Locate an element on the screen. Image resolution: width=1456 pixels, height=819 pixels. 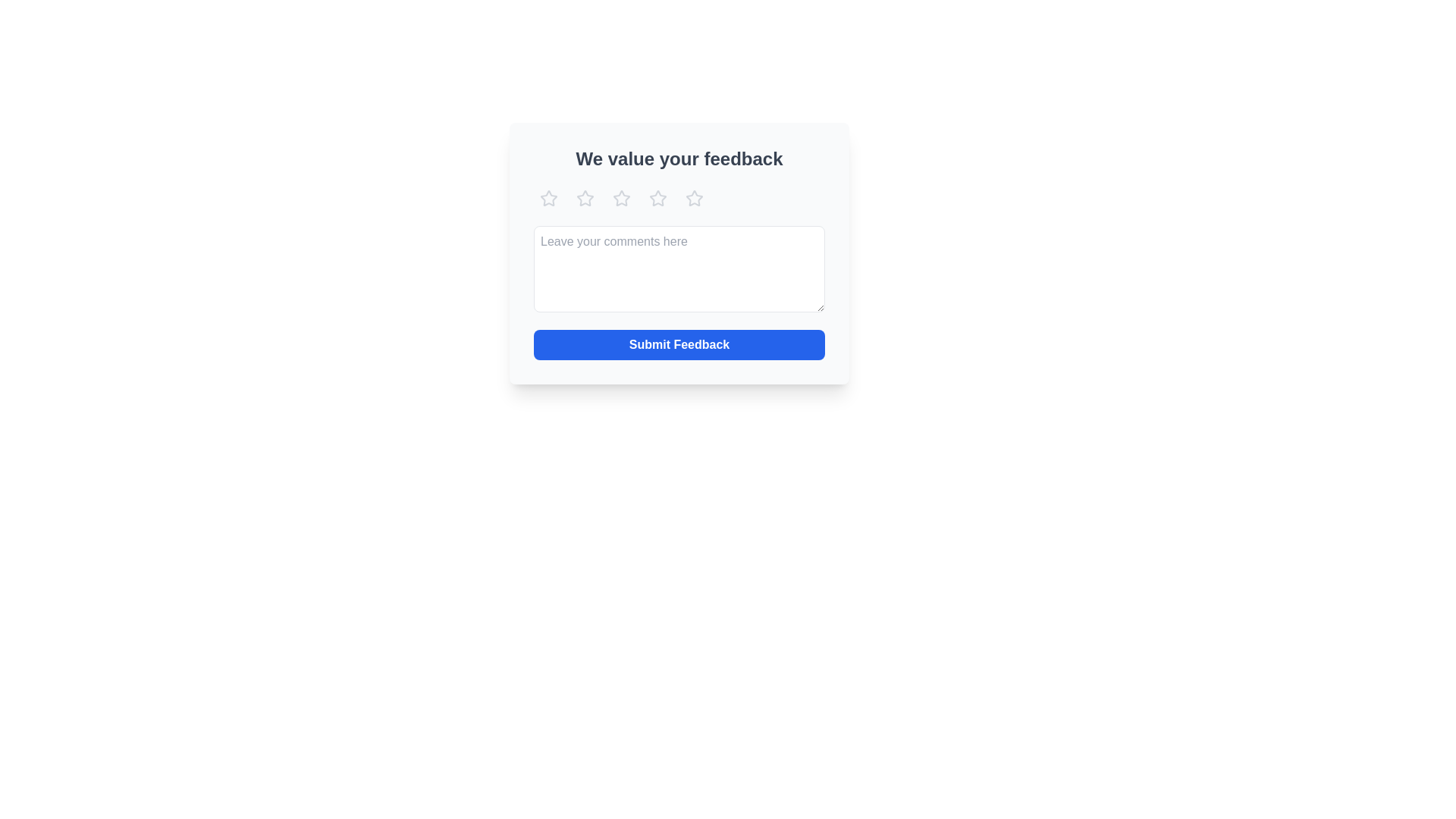
the submission button located at the bottom of the feedback form labeled 'We value your feedback' to provide visual feedback is located at coordinates (679, 345).